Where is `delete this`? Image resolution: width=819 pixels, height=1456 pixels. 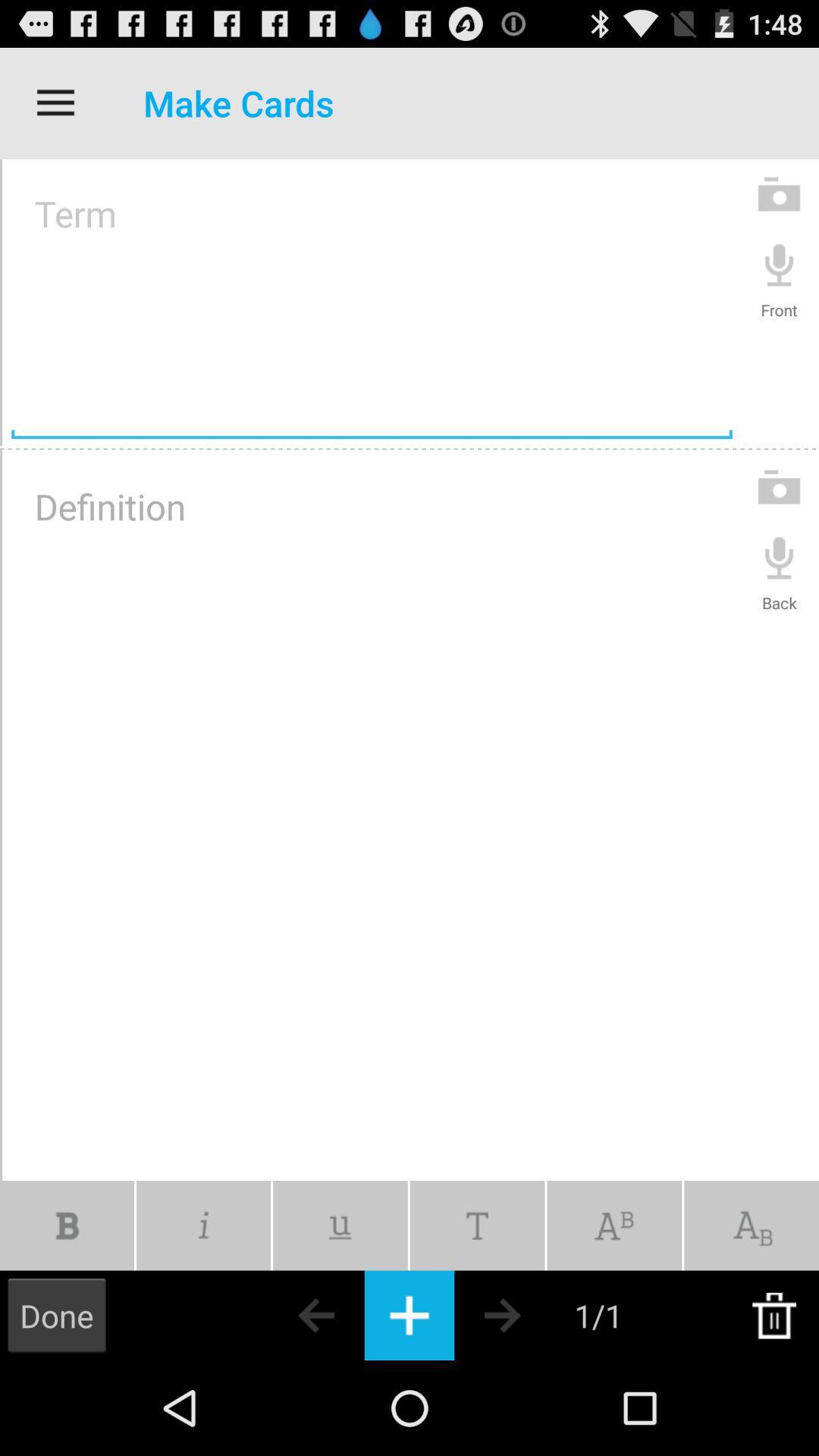
delete this is located at coordinates (773, 1314).